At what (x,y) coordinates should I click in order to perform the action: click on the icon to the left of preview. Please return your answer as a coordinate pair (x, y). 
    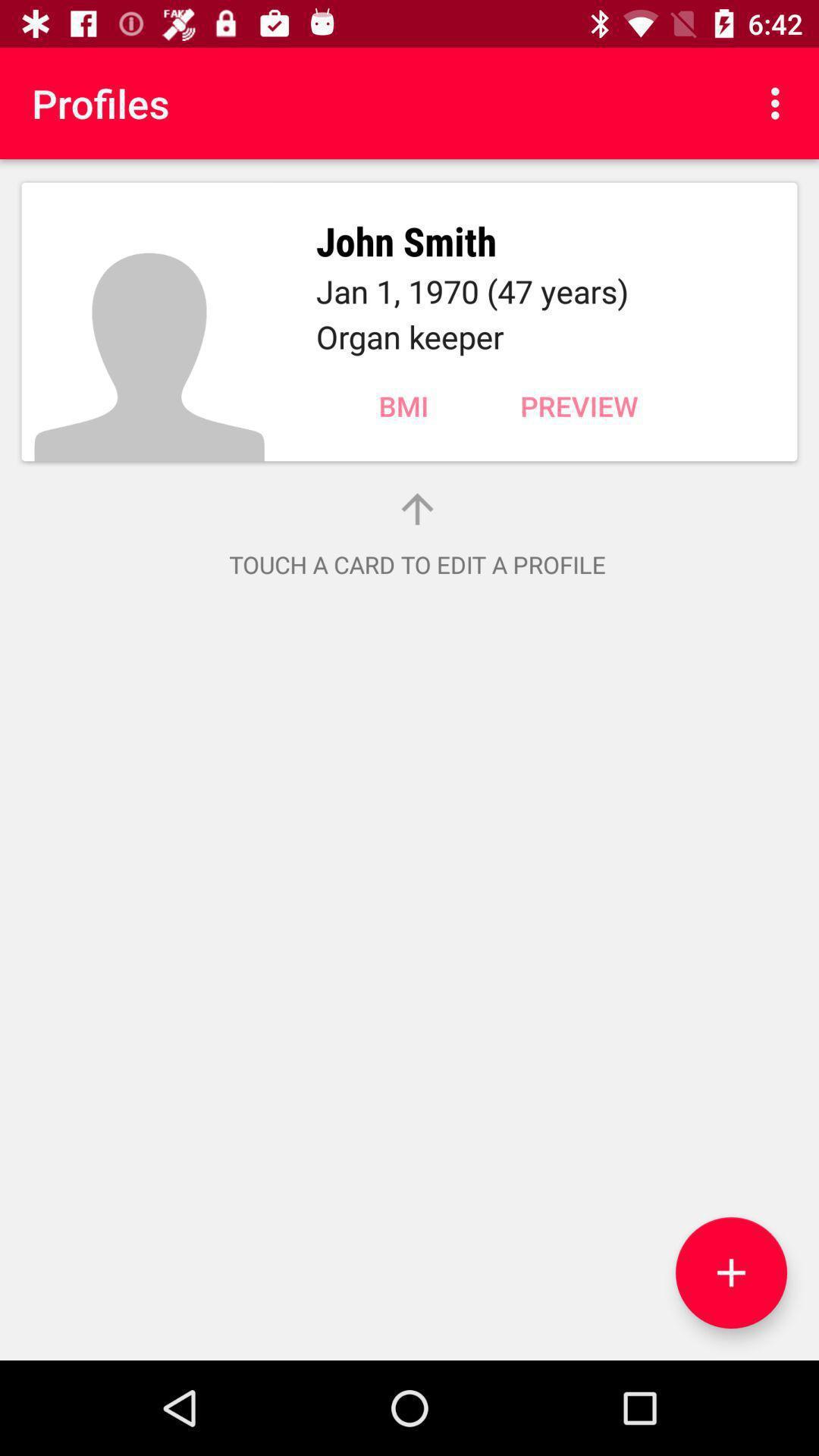
    Looking at the image, I should click on (403, 406).